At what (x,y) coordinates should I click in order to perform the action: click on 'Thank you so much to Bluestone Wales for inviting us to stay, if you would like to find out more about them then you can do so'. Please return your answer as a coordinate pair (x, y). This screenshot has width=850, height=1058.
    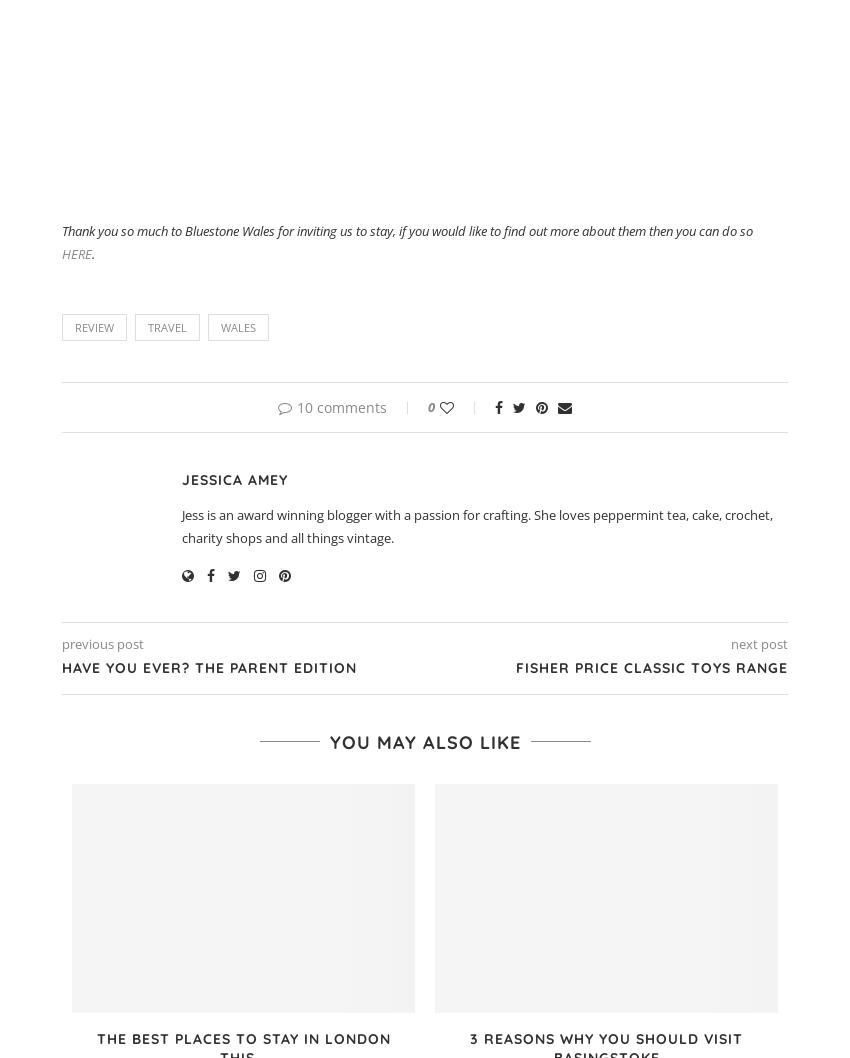
    Looking at the image, I should click on (407, 230).